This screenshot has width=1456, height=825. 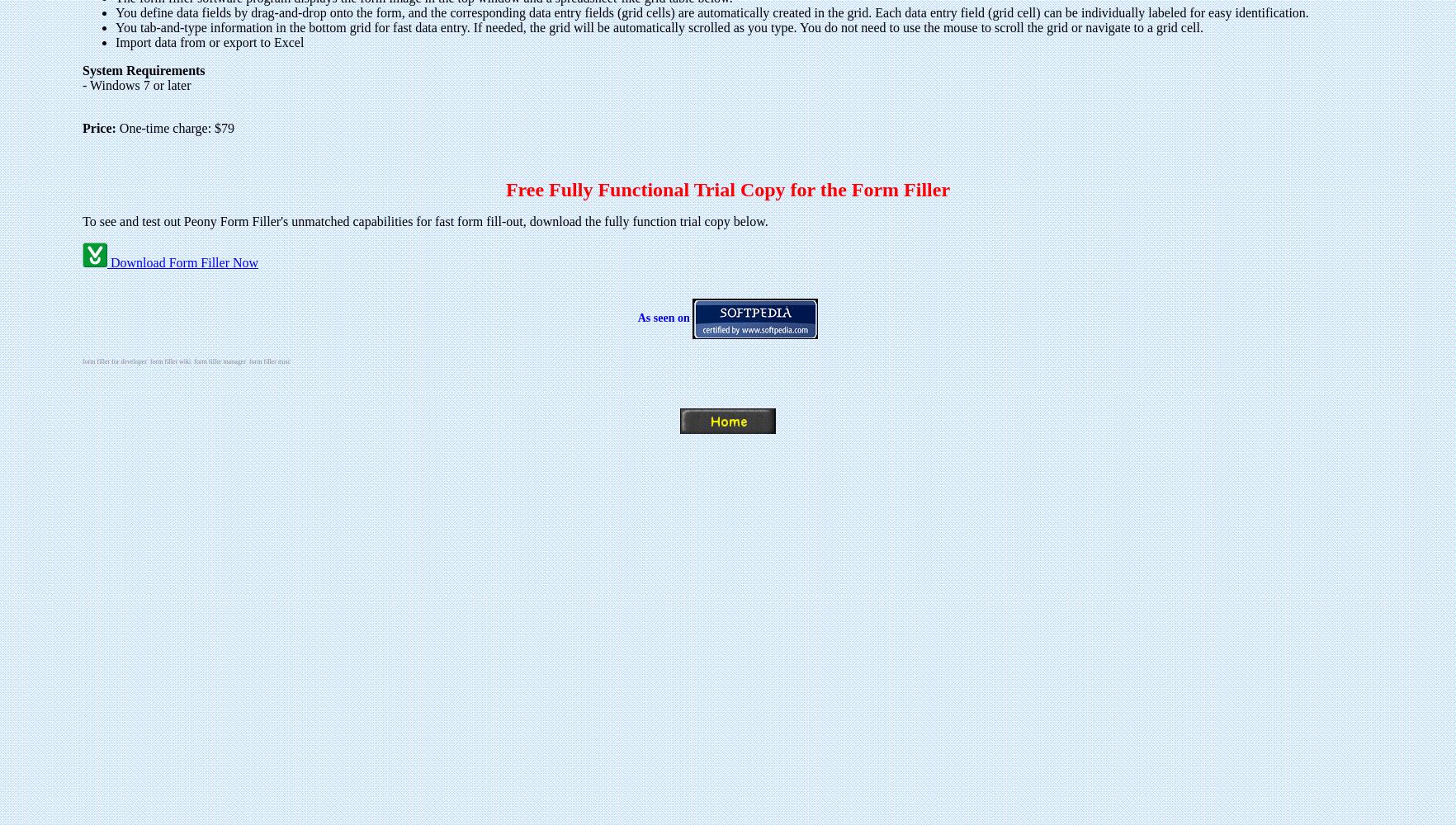 What do you see at coordinates (269, 361) in the screenshot?
I see `'form filler misc'` at bounding box center [269, 361].